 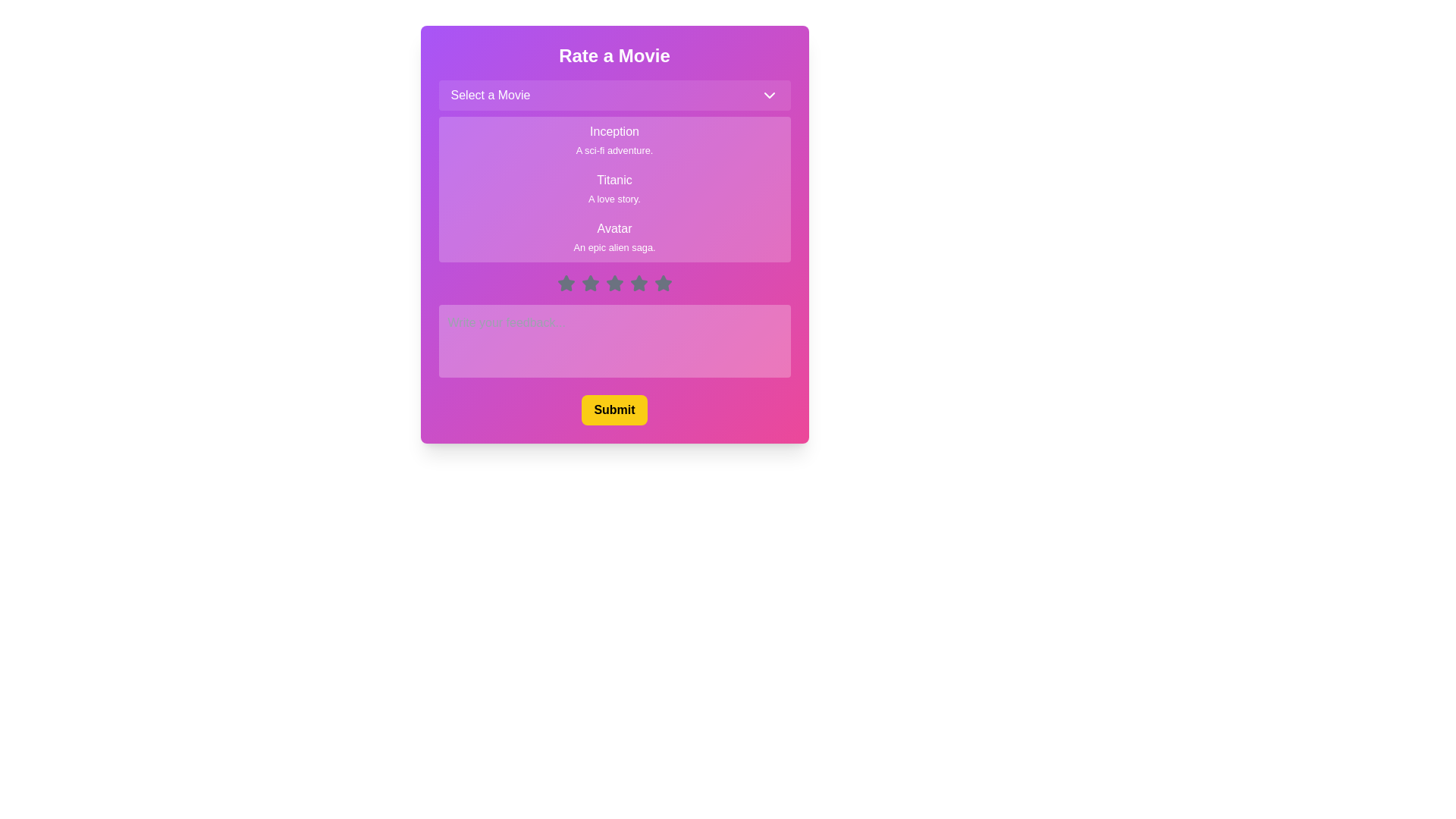 What do you see at coordinates (589, 284) in the screenshot?
I see `the third star icon in the 'Rate a Movie' section` at bounding box center [589, 284].